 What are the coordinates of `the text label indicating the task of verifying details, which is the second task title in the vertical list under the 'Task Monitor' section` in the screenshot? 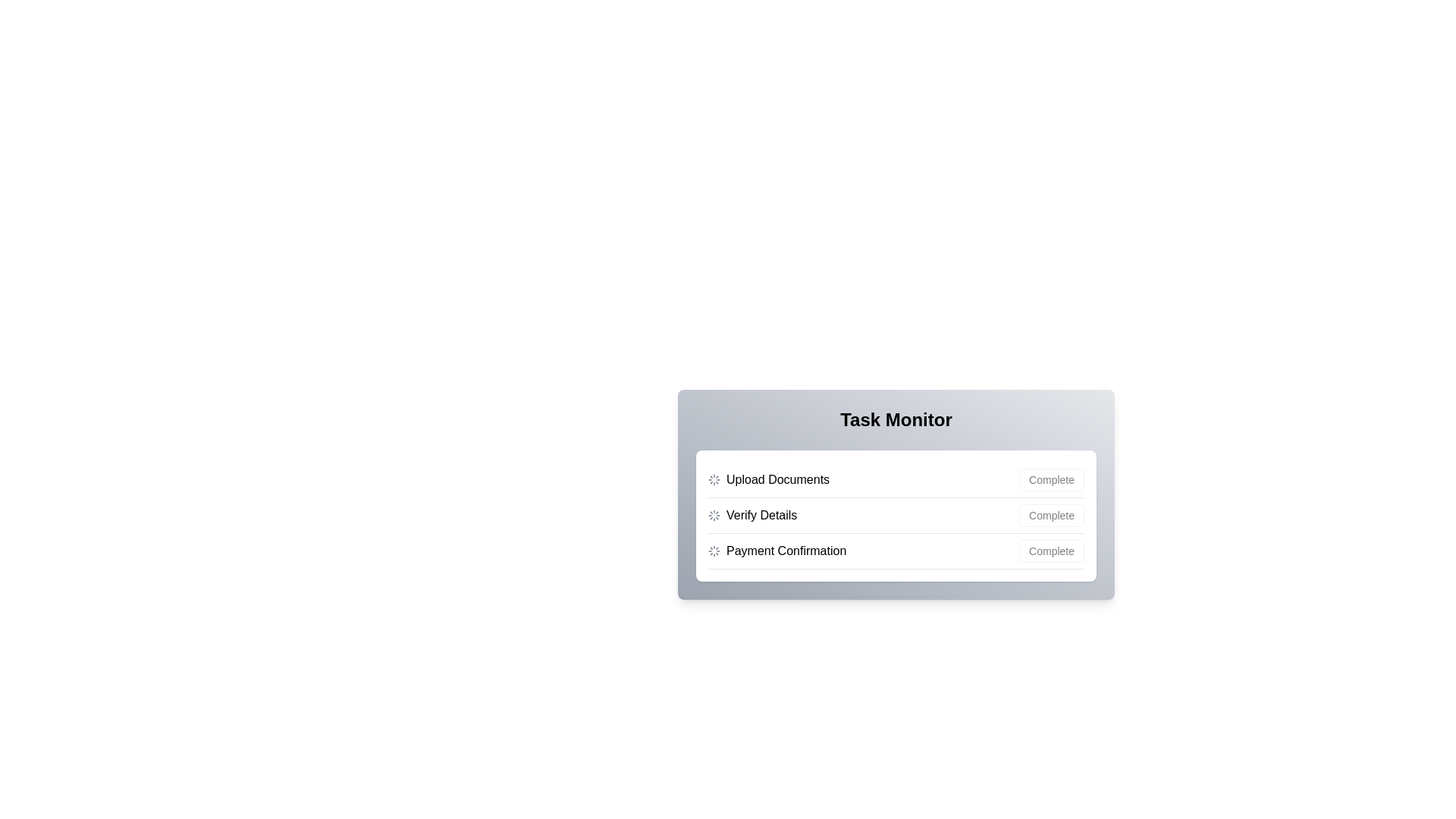 It's located at (761, 514).